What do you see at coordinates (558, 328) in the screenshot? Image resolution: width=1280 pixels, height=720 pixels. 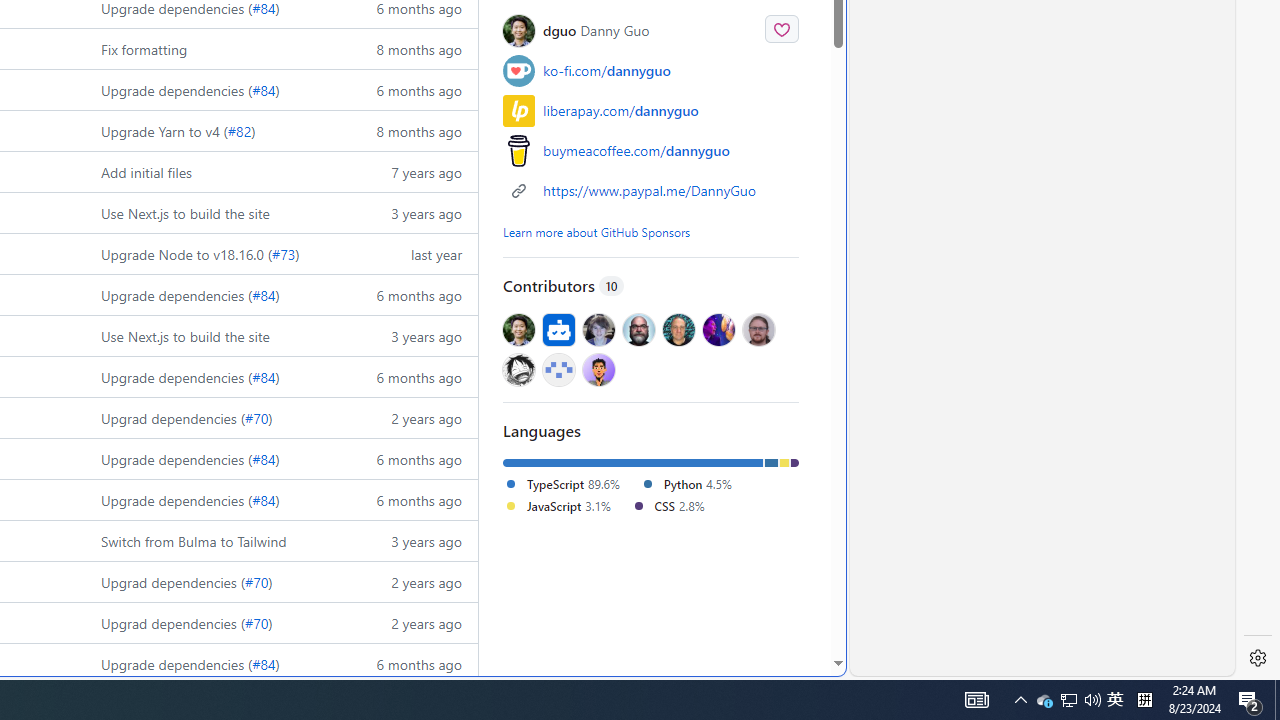 I see `'@dependabot[bot]'` at bounding box center [558, 328].